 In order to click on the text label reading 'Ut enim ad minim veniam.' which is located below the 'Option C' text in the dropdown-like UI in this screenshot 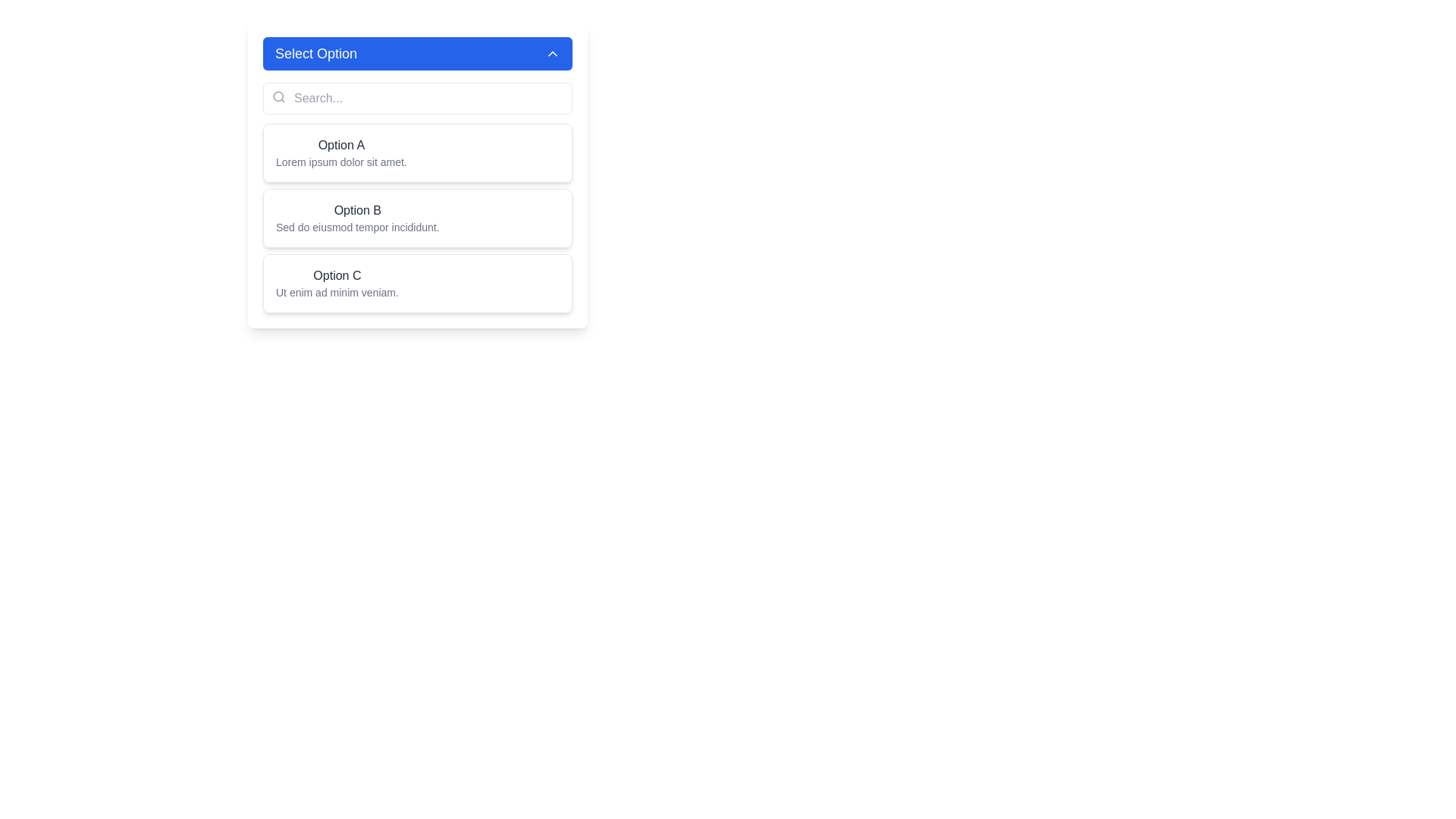, I will do `click(336, 292)`.